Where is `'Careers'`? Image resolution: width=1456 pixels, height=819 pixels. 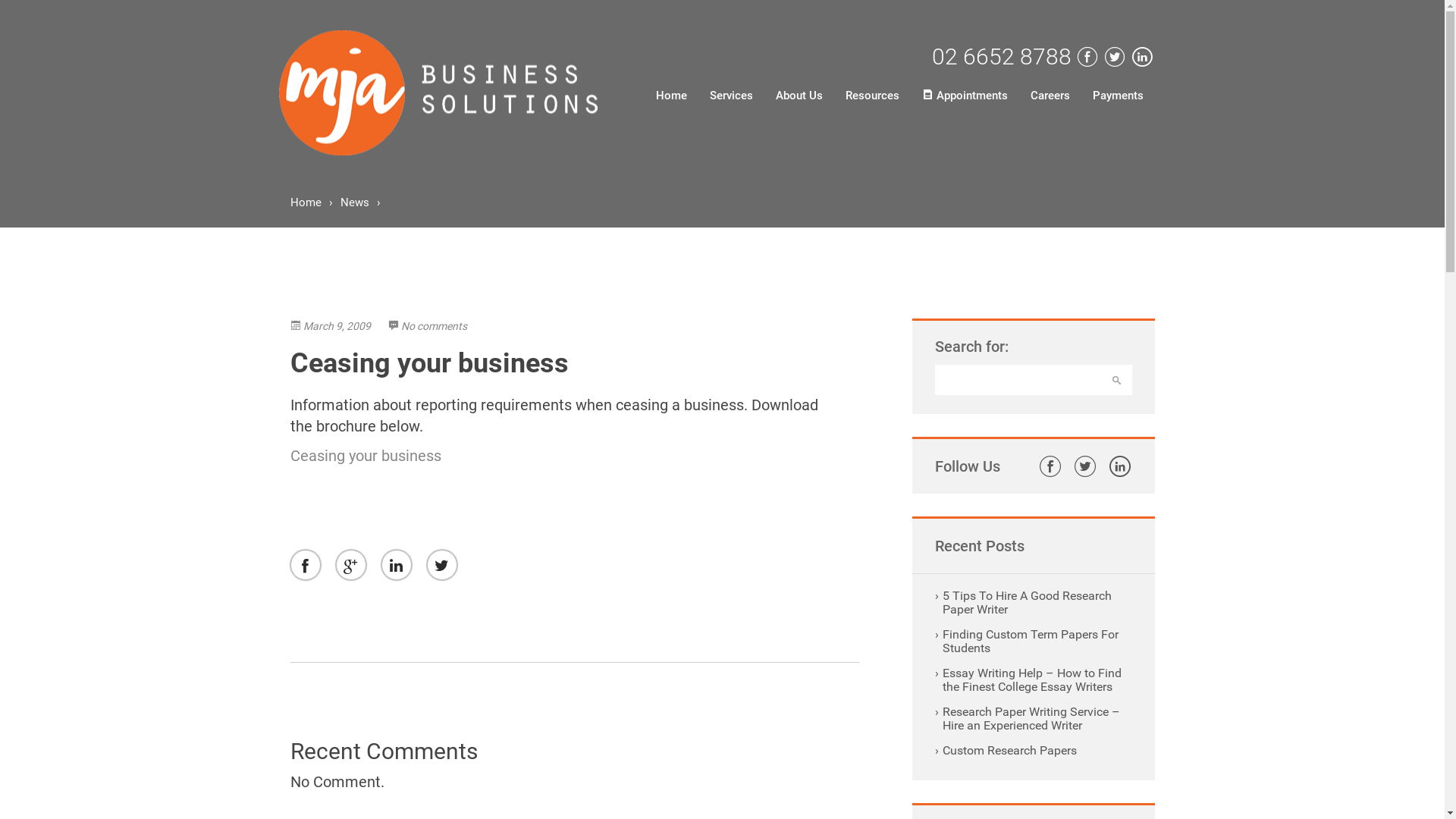
'Careers' is located at coordinates (1050, 96).